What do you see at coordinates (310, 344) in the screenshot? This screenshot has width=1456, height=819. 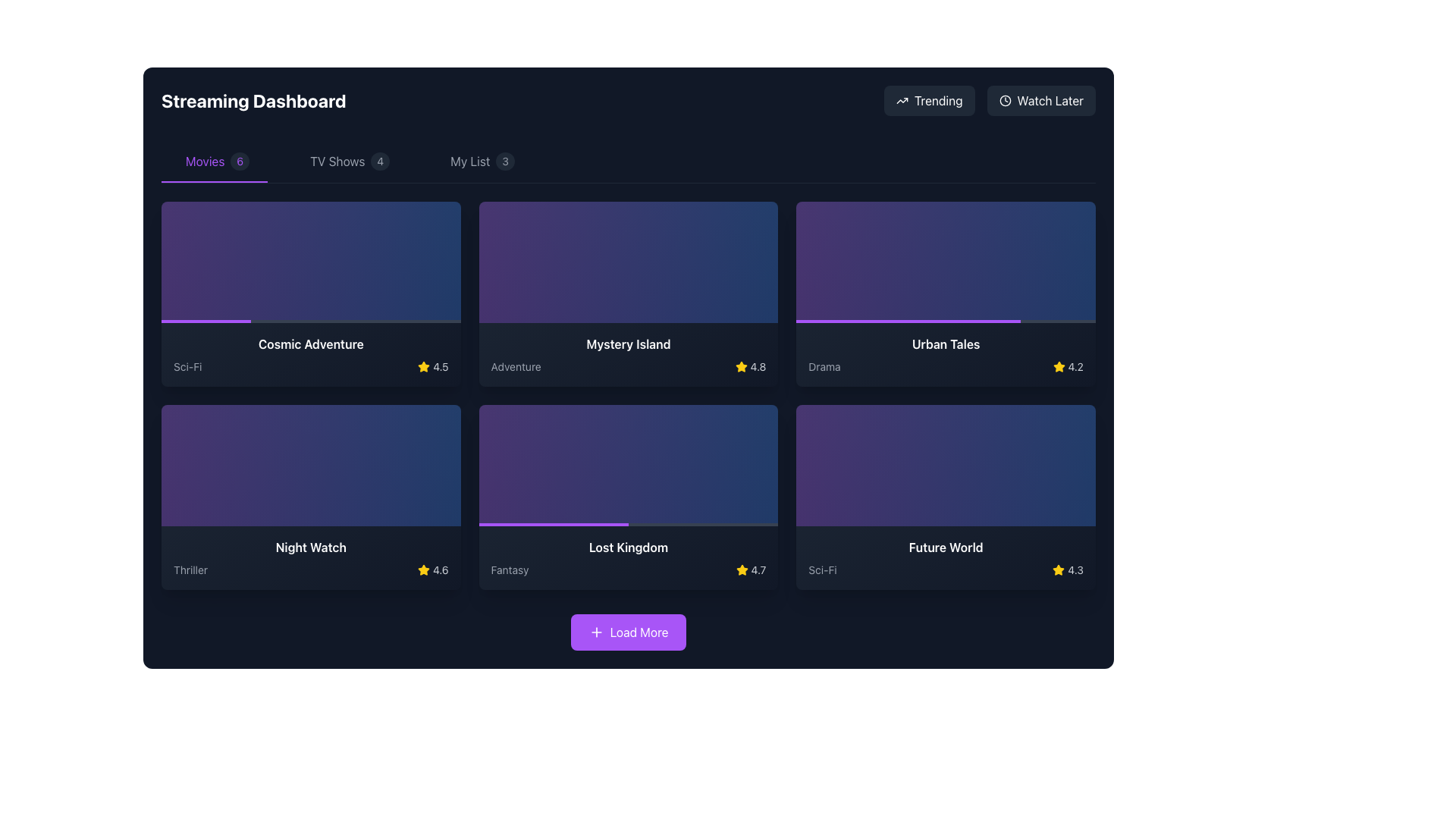 I see `text from the label displaying 'Cosmic Adventure' in bold white font, centrally aligned in the 'Movies' section, above genre and rating details` at bounding box center [310, 344].